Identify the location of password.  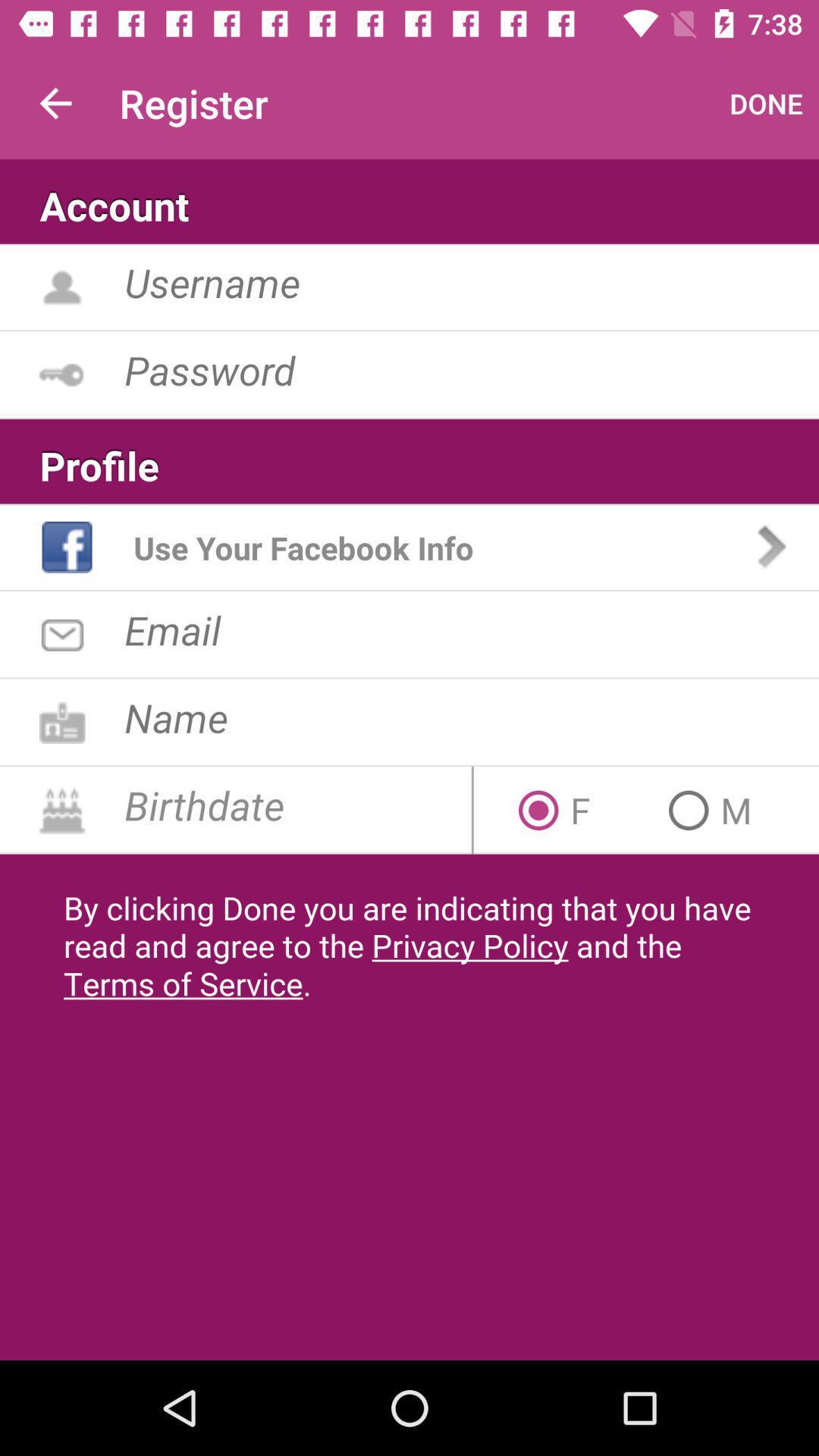
(471, 369).